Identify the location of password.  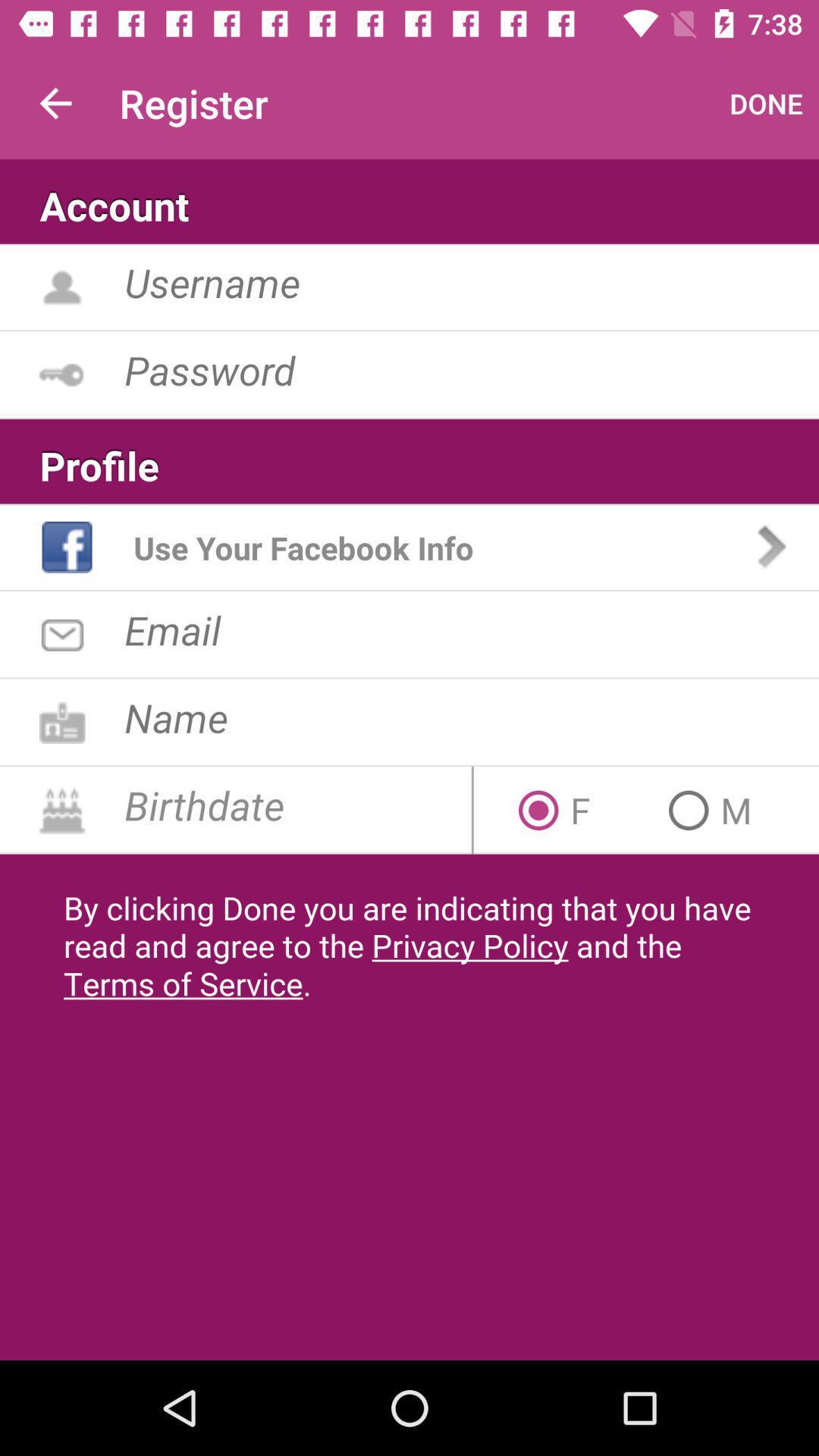
(471, 369).